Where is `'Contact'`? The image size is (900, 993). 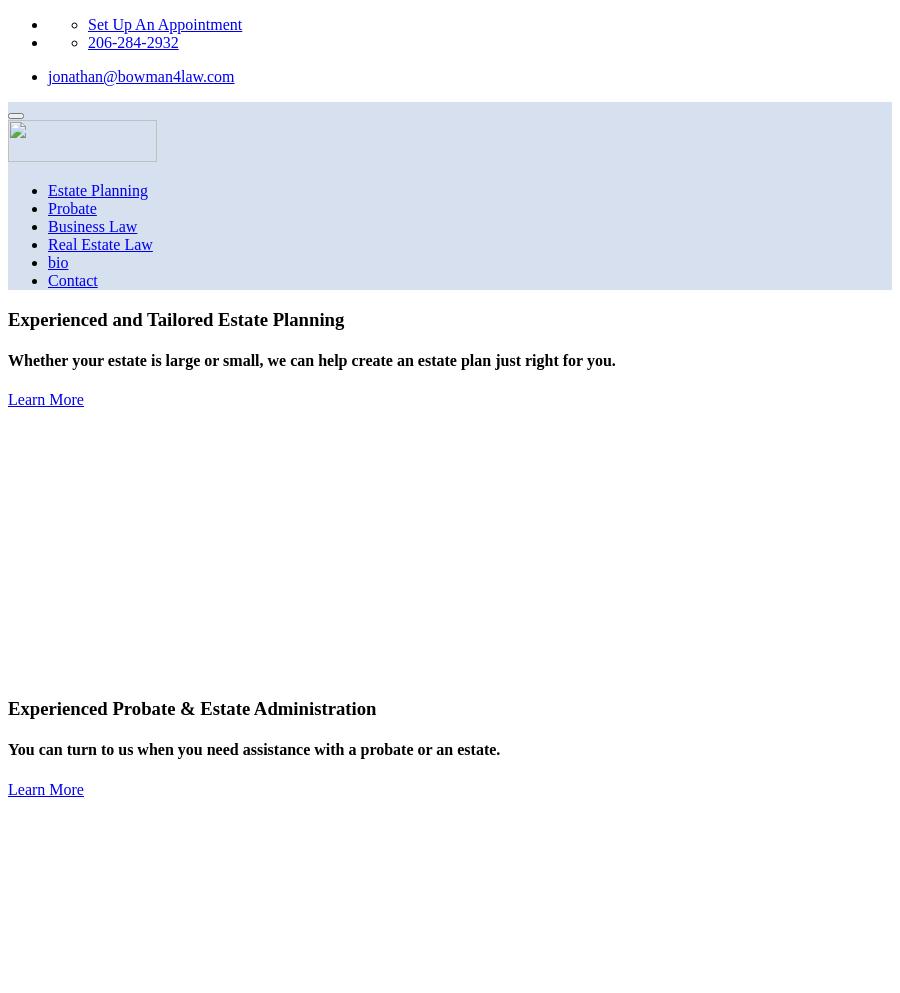 'Contact' is located at coordinates (46, 280).